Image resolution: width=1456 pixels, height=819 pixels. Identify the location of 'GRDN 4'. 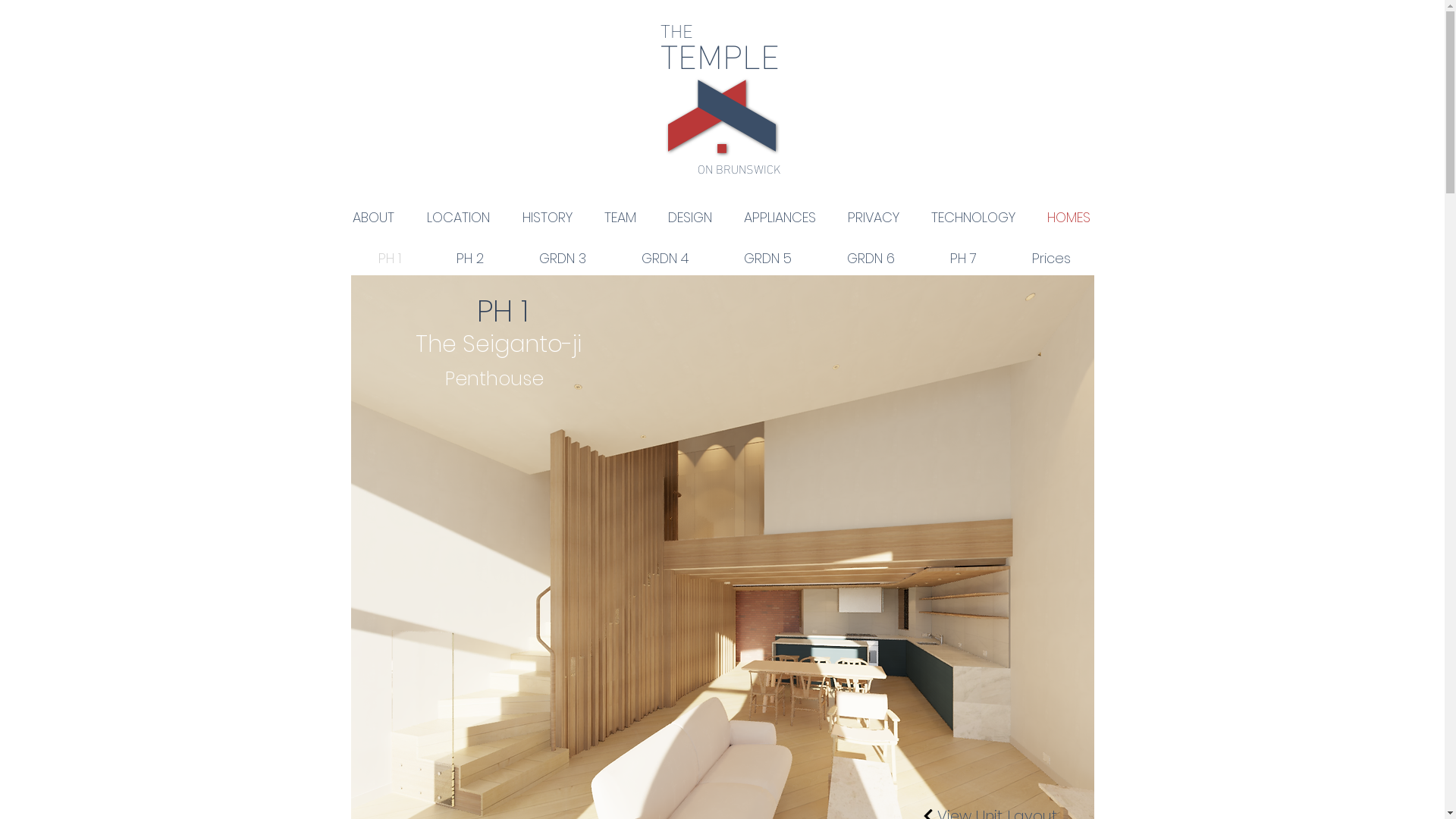
(665, 257).